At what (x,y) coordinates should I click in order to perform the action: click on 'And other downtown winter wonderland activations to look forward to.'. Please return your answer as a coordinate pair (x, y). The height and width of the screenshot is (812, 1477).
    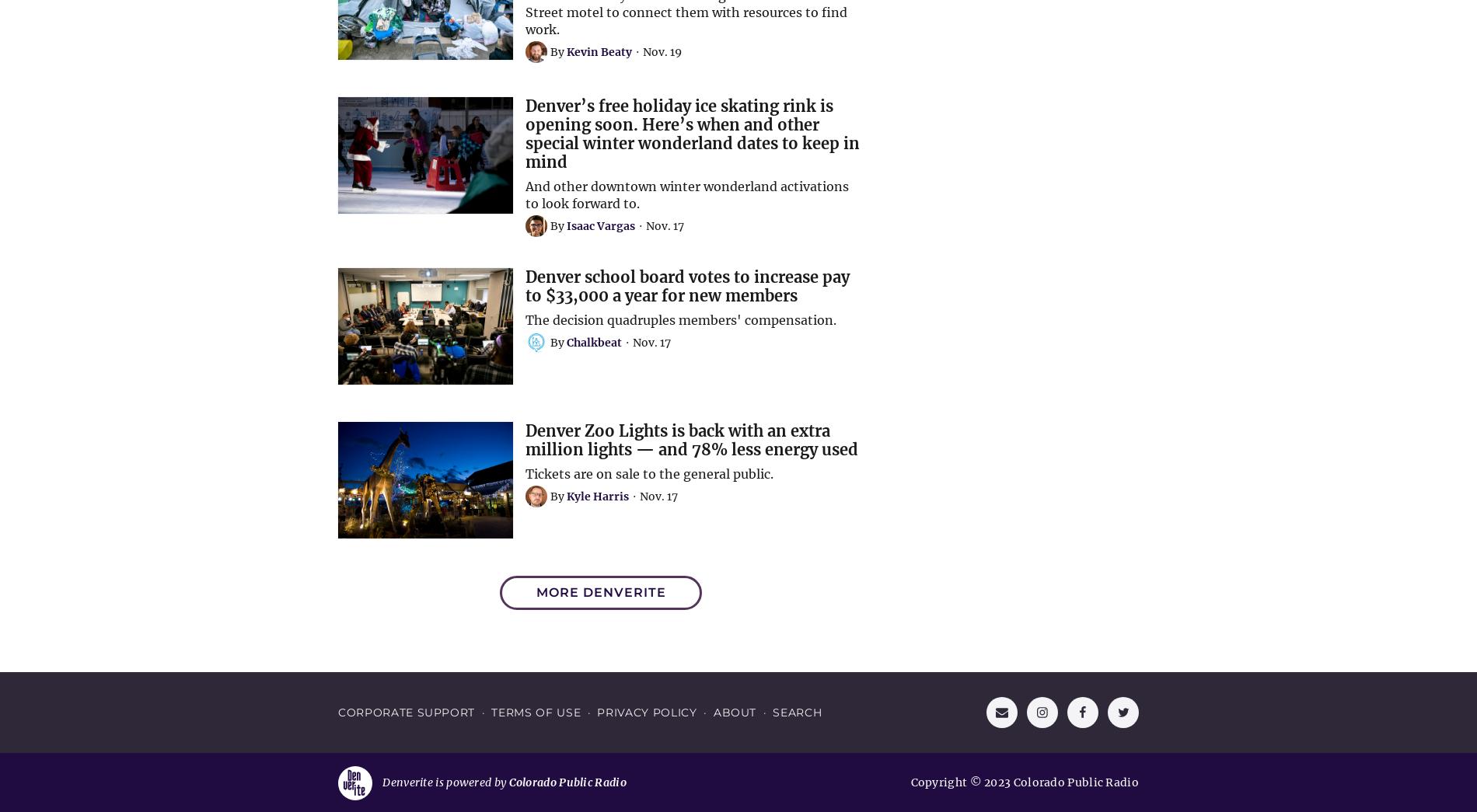
    Looking at the image, I should click on (525, 193).